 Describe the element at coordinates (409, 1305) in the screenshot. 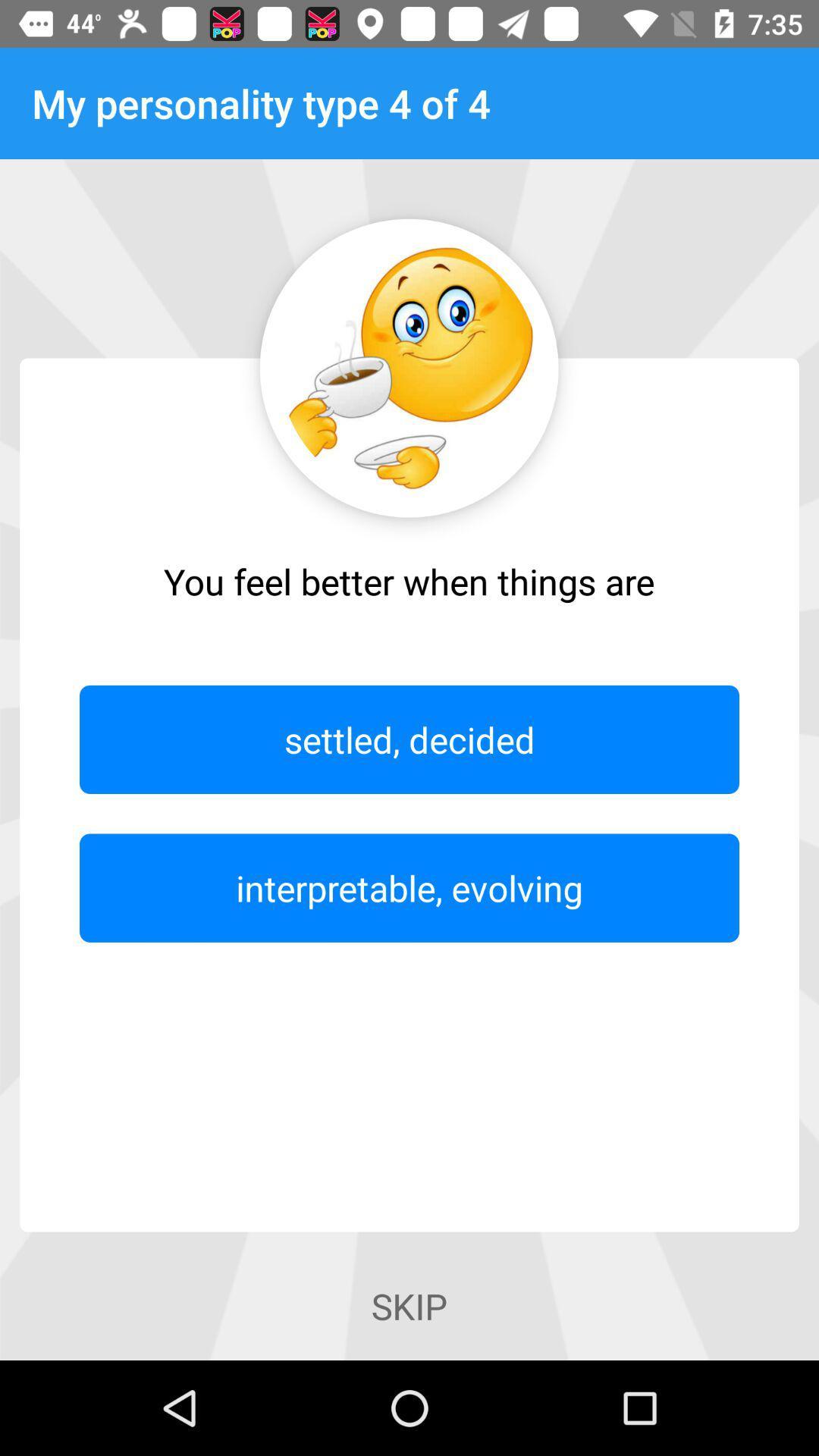

I see `skip` at that location.